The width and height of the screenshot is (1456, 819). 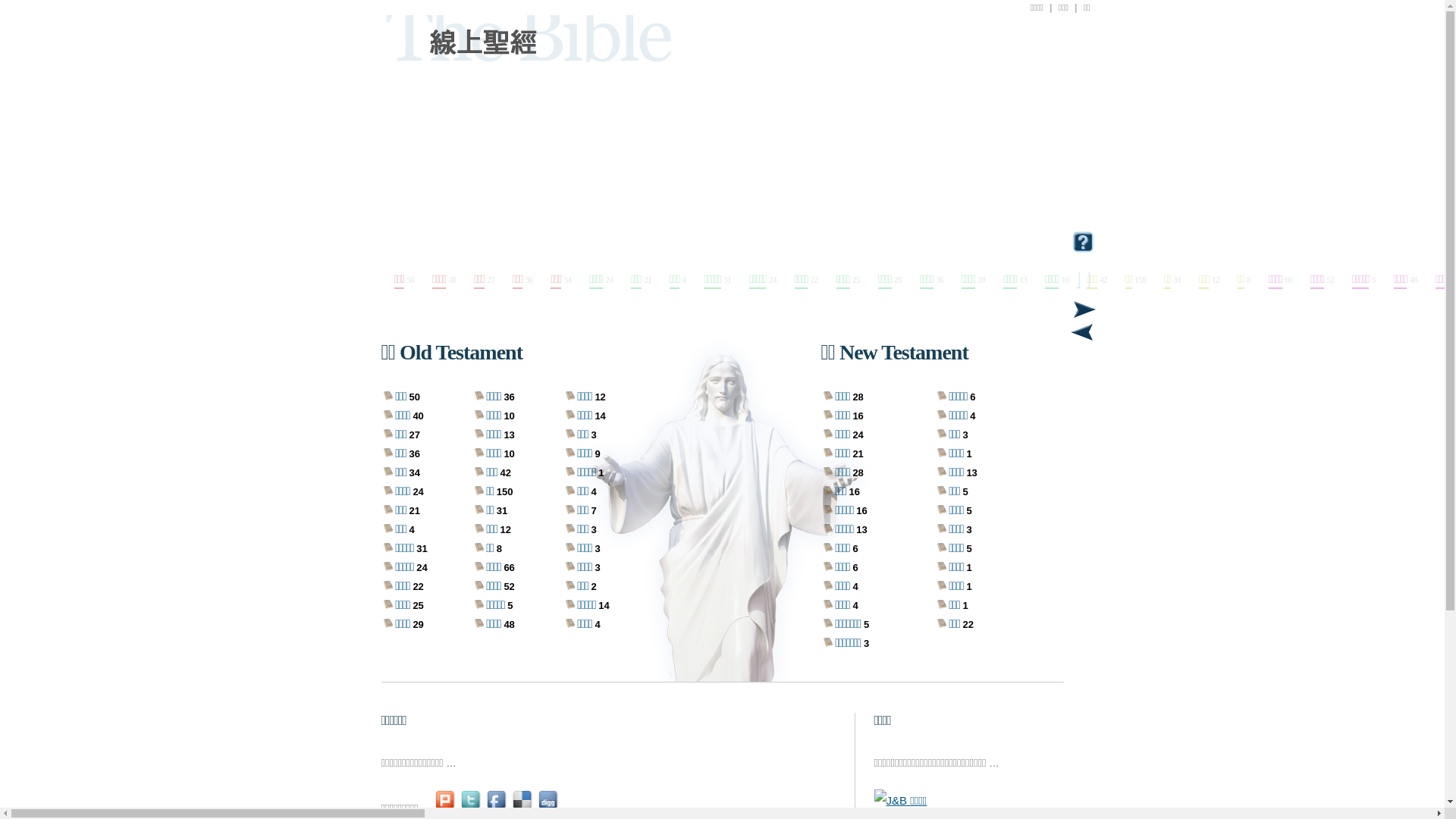 I want to click on 'Plurk', so click(x=445, y=807).